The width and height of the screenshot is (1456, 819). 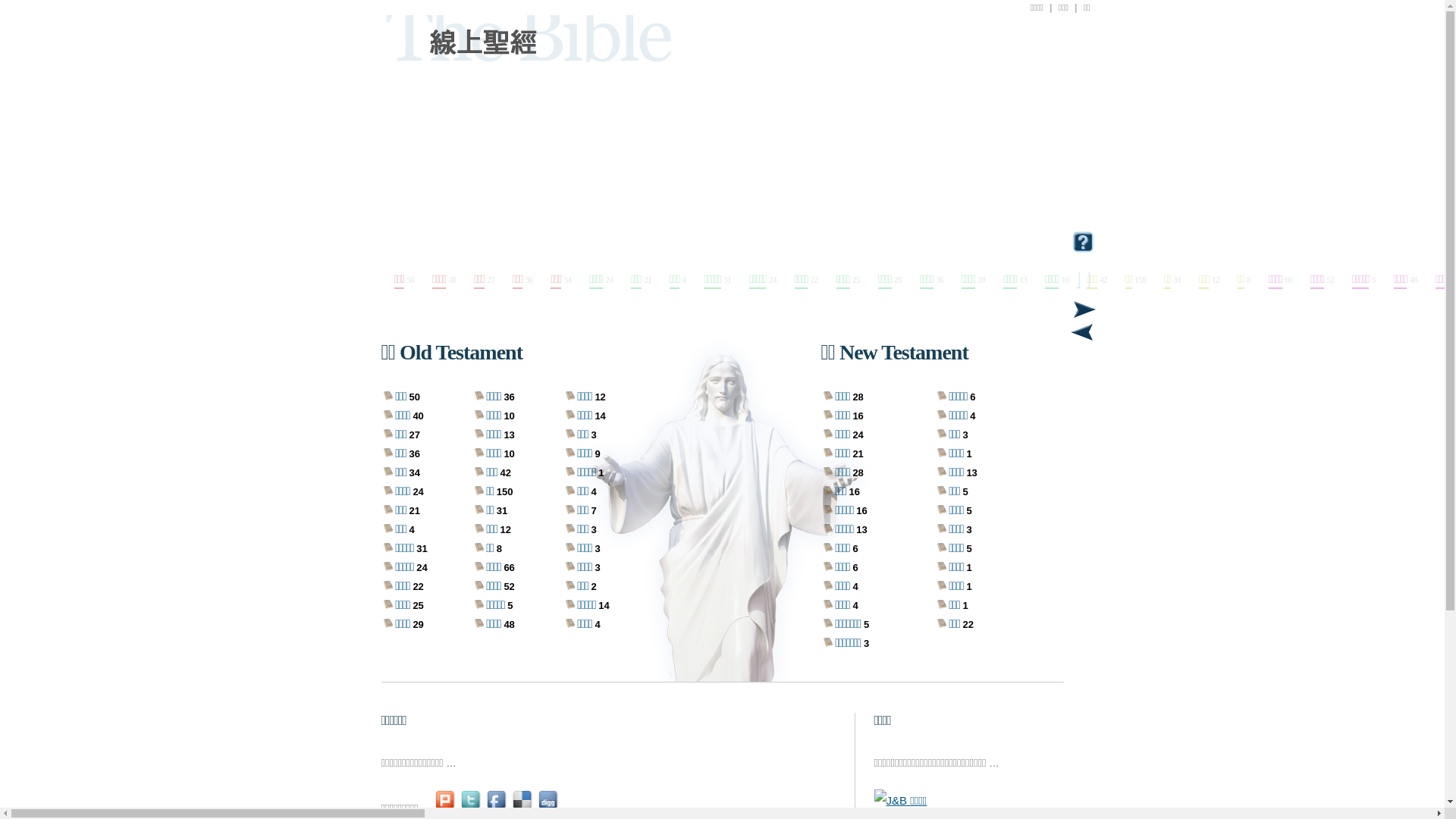 I want to click on 'Plurk', so click(x=445, y=807).